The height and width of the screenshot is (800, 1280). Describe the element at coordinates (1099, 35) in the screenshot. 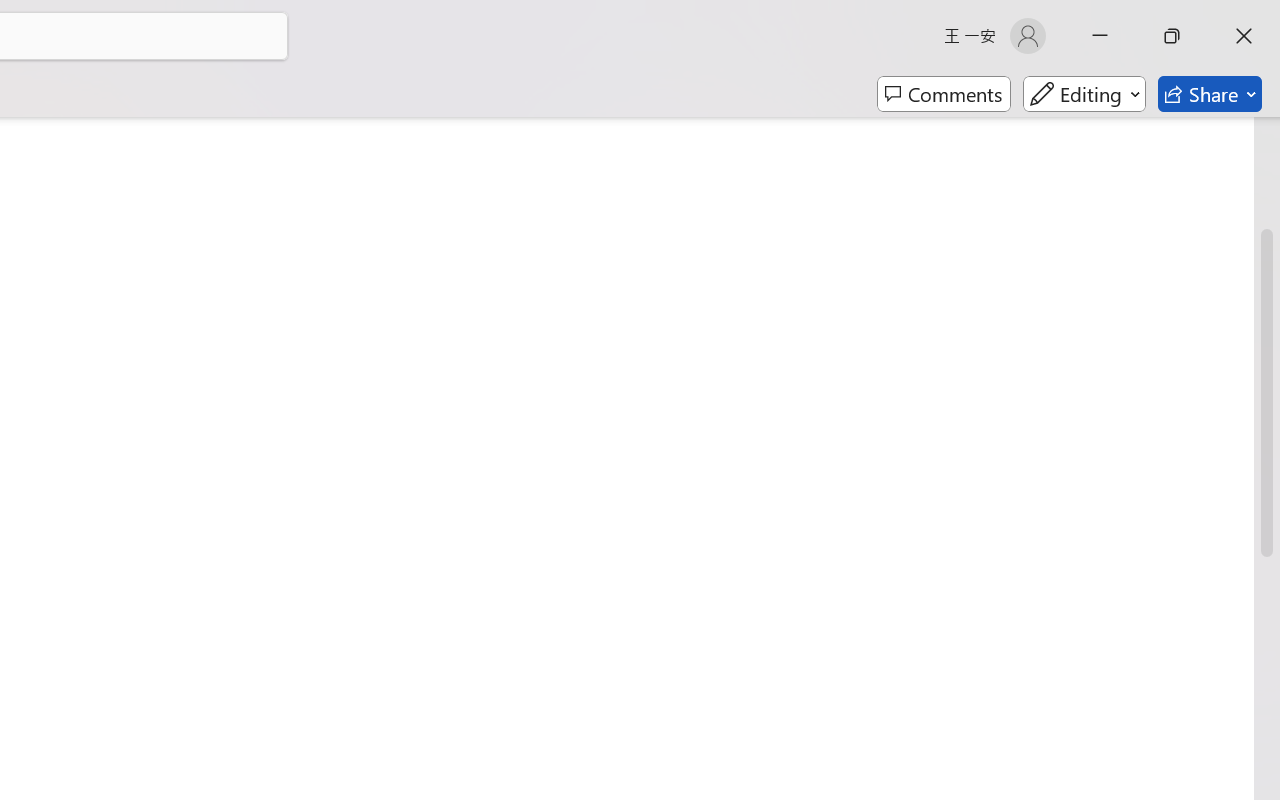

I see `'Minimize'` at that location.